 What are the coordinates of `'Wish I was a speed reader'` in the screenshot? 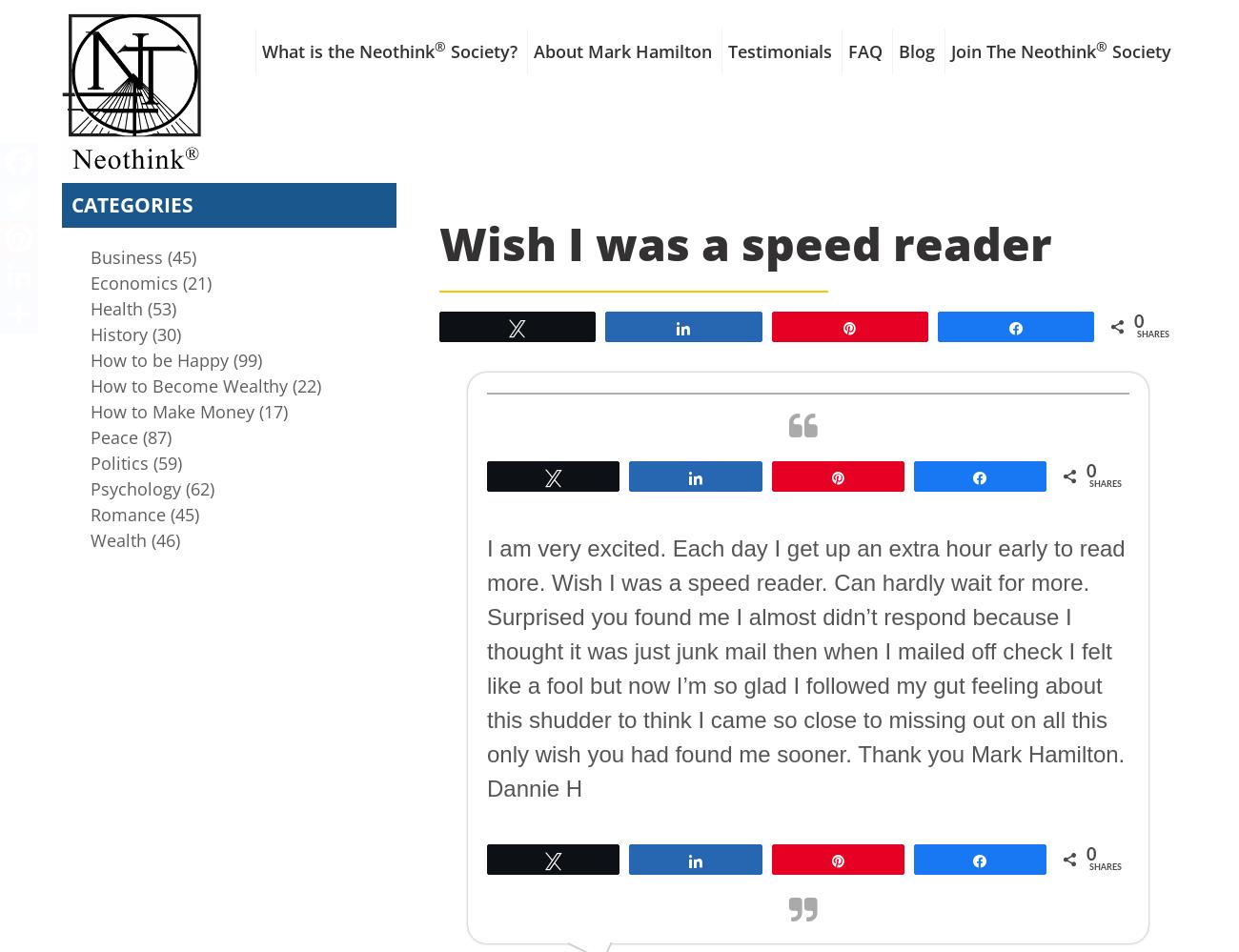 It's located at (437, 243).